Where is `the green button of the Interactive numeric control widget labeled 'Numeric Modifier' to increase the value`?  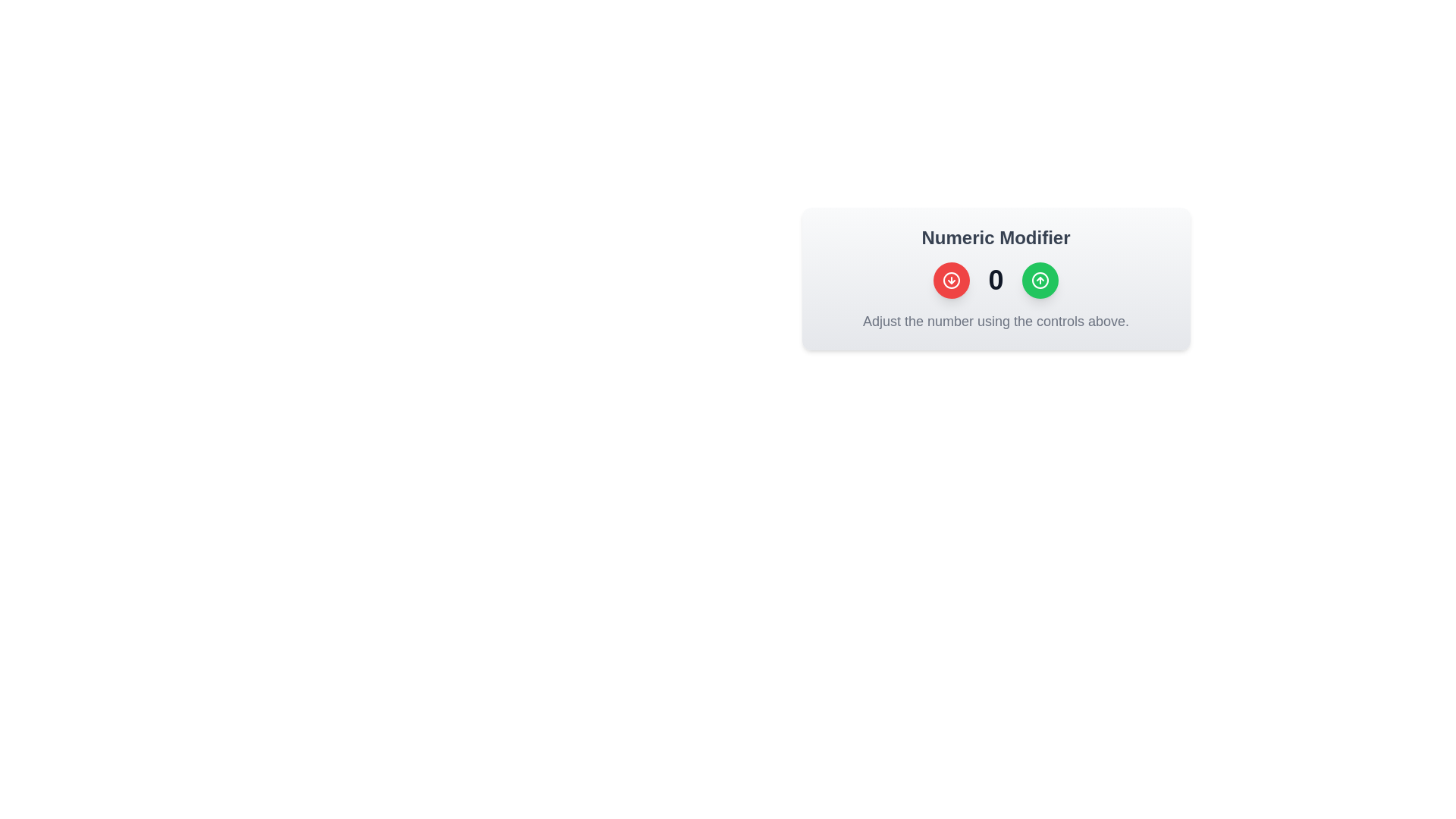 the green button of the Interactive numeric control widget labeled 'Numeric Modifier' to increase the value is located at coordinates (996, 278).